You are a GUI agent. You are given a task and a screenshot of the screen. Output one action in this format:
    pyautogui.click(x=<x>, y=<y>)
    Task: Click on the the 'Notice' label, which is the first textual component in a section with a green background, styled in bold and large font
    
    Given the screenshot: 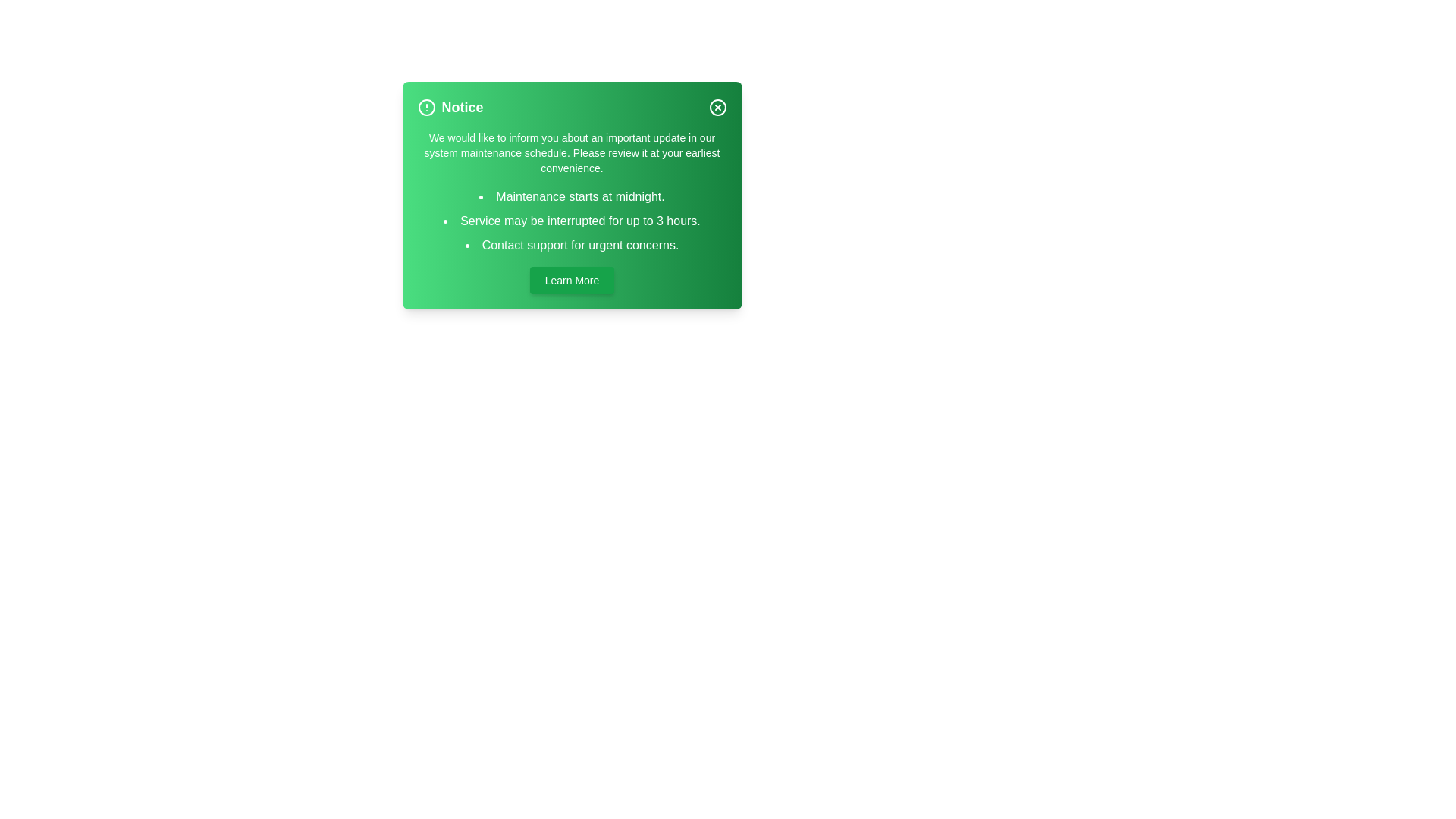 What is the action you would take?
    pyautogui.click(x=450, y=107)
    